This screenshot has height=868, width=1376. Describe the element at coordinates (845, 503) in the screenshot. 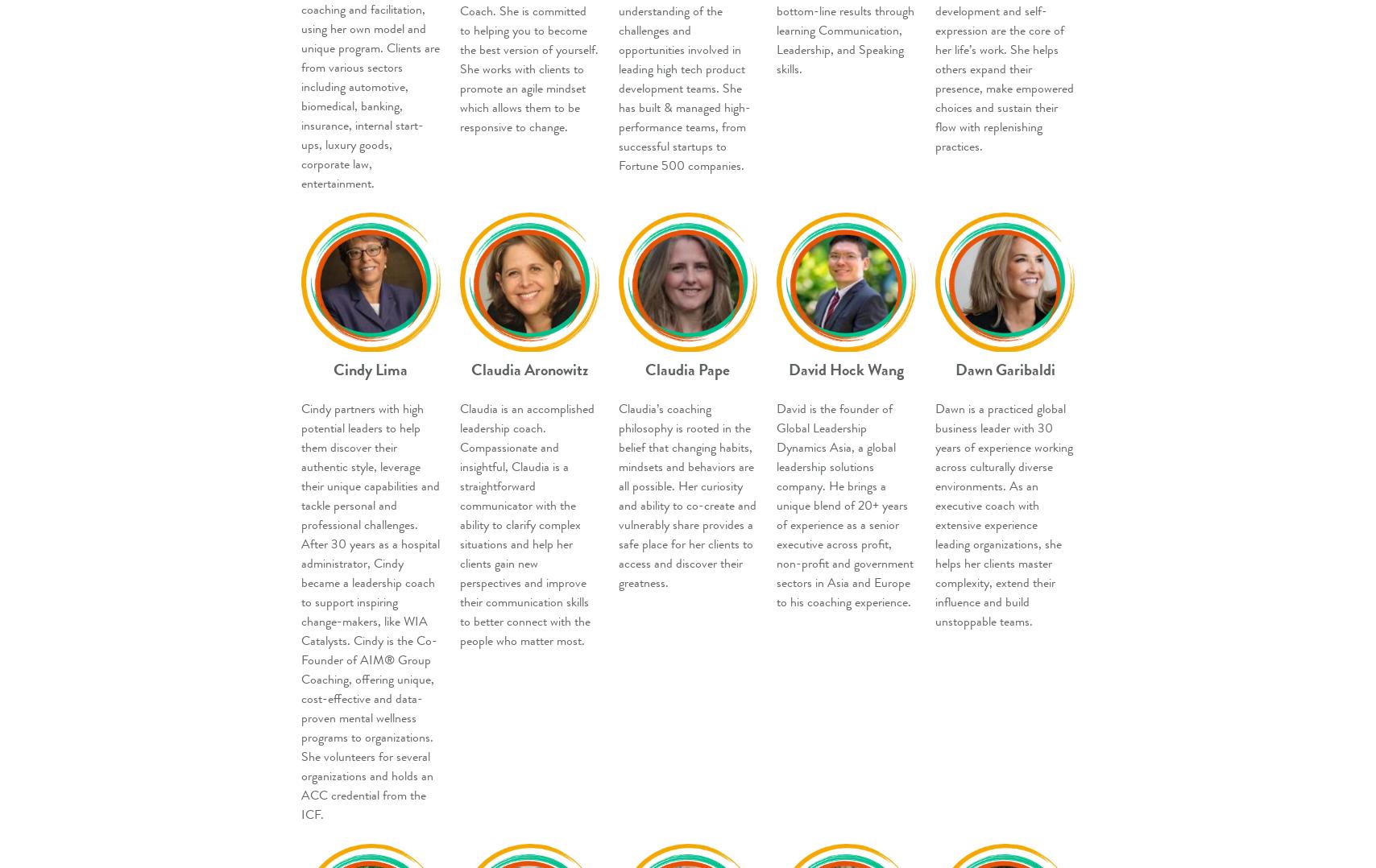

I see `'David is the founder of Global Leadership Dynamics Asia, a global leadership solutions company. He brings a unique blend of 20+ years of experience as a senior executive across profit, non-profit and government sectors in Asia and Europe to his coaching experience.'` at that location.